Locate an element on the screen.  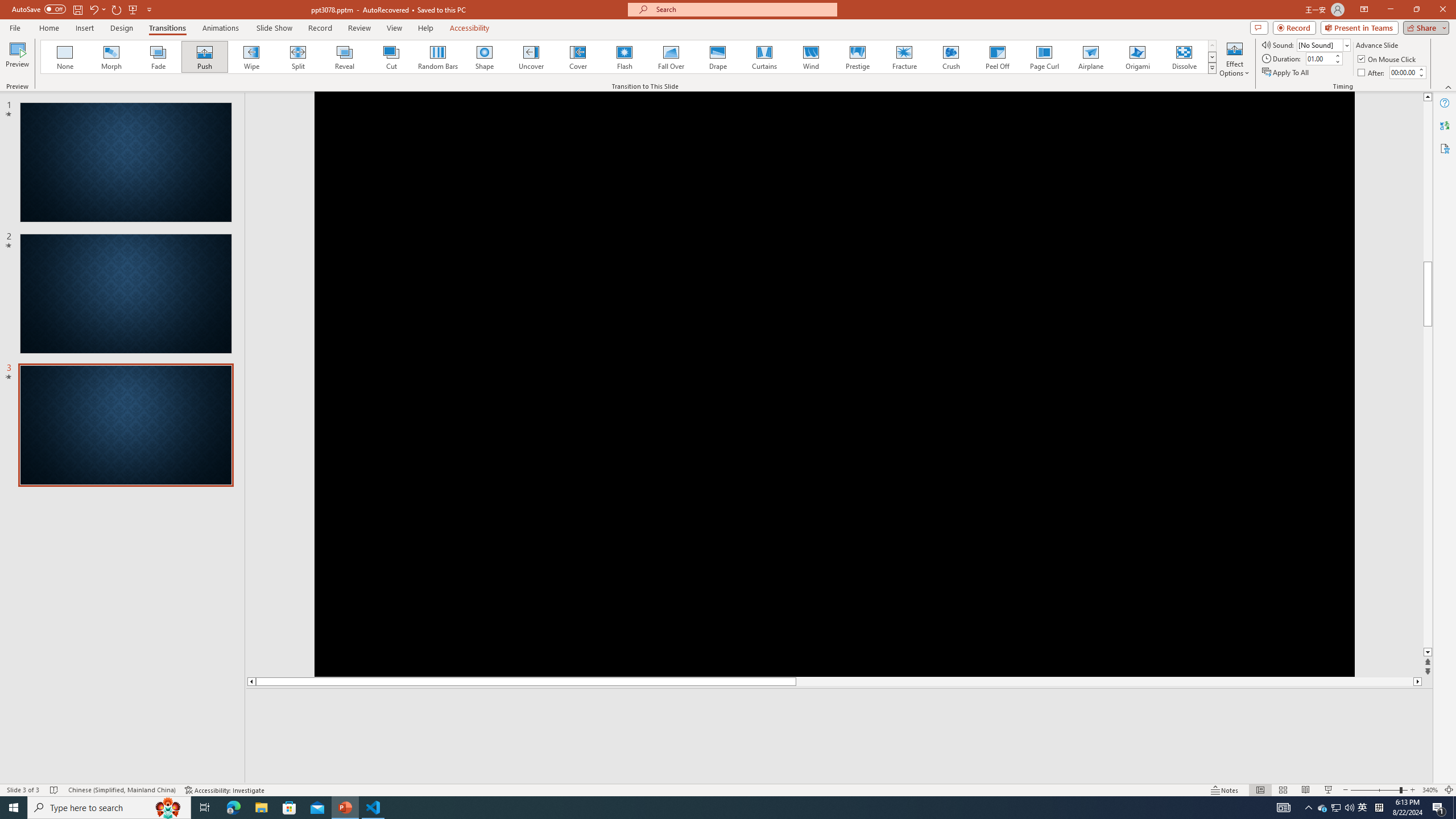
'Reveal' is located at coordinates (345, 56).